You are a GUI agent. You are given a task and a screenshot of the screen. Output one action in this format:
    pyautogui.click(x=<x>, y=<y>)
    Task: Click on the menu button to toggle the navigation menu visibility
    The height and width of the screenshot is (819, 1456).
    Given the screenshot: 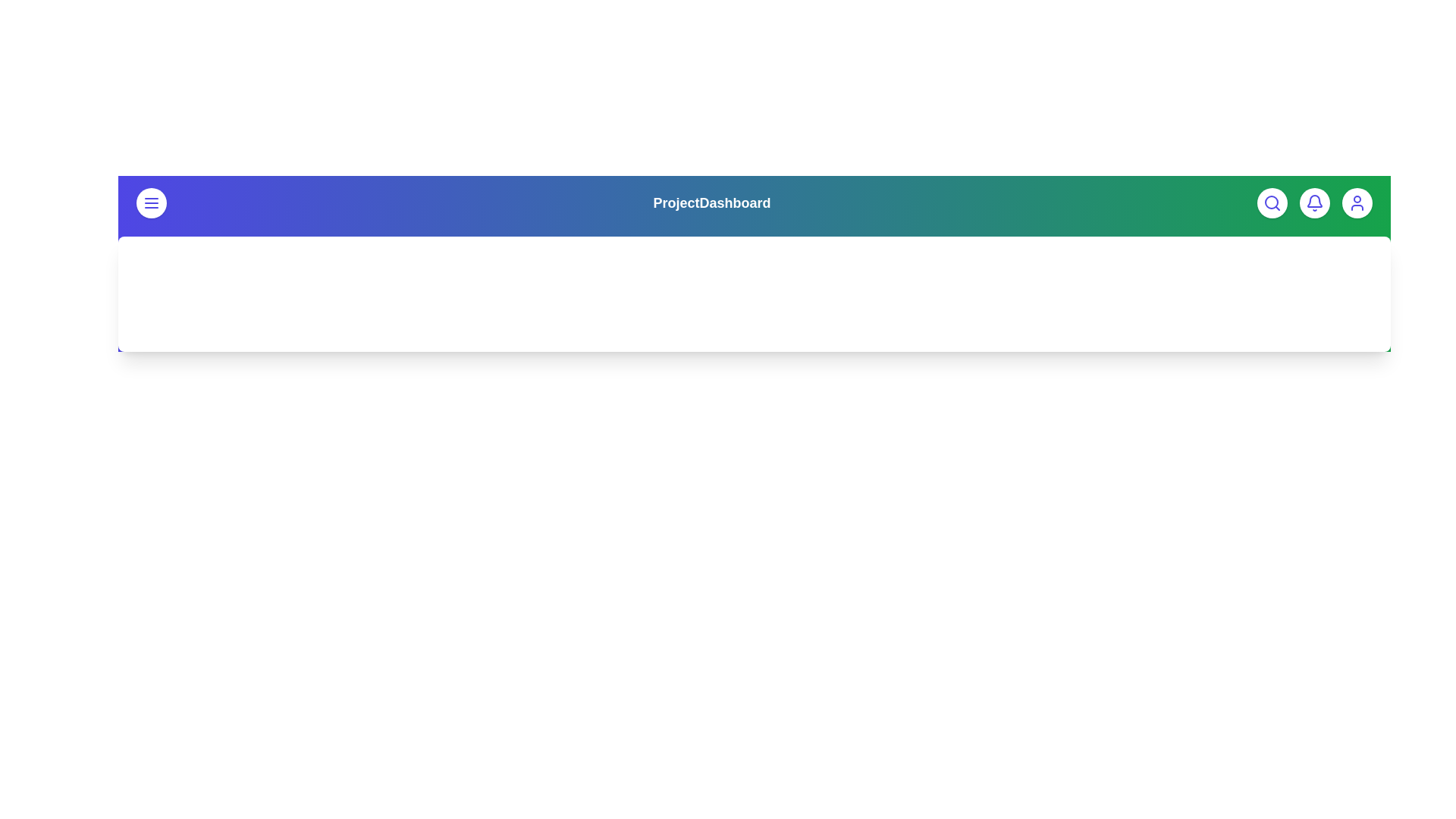 What is the action you would take?
    pyautogui.click(x=152, y=202)
    